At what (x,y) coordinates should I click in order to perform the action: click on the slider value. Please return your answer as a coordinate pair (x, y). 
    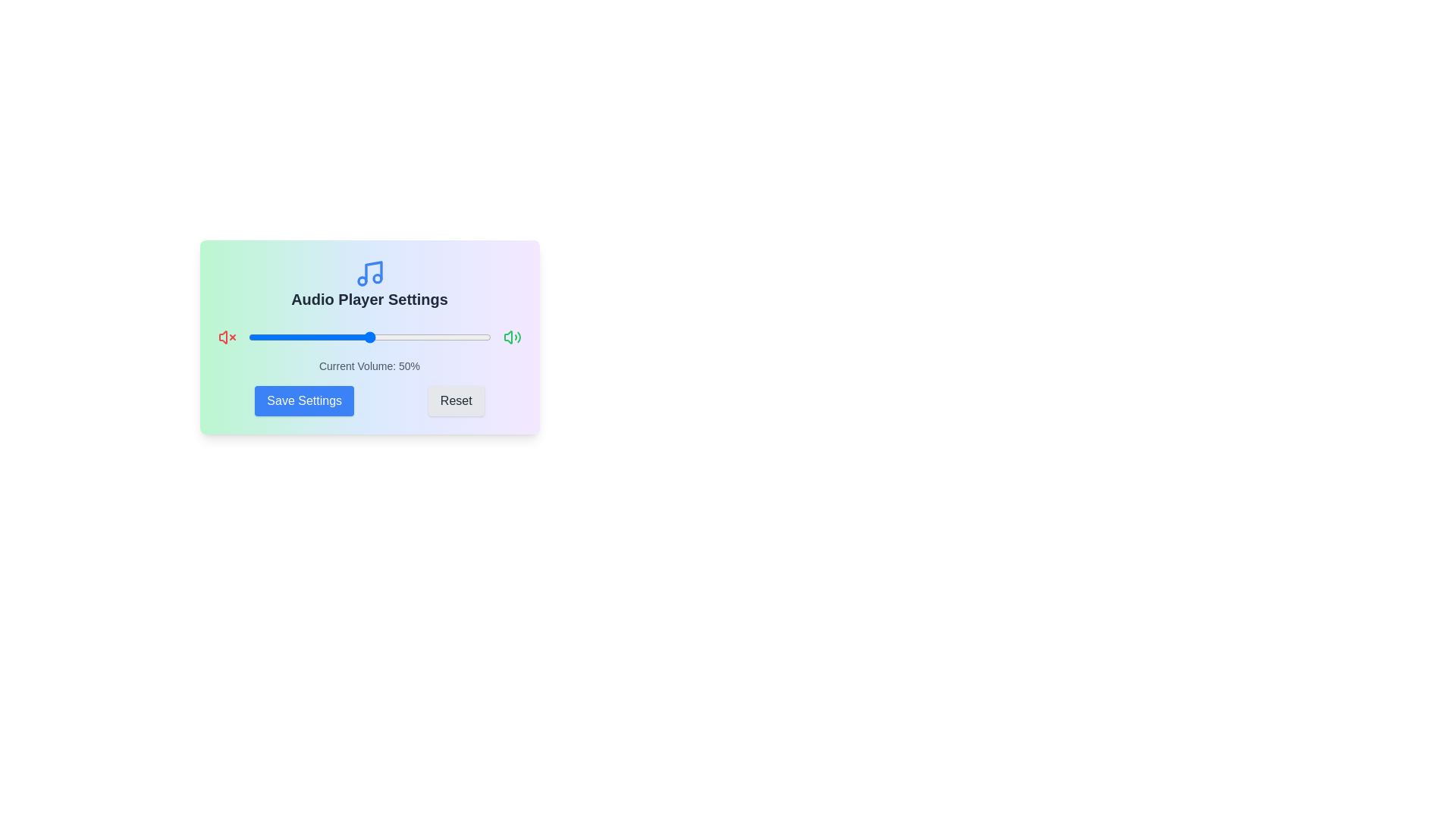
    Looking at the image, I should click on (342, 336).